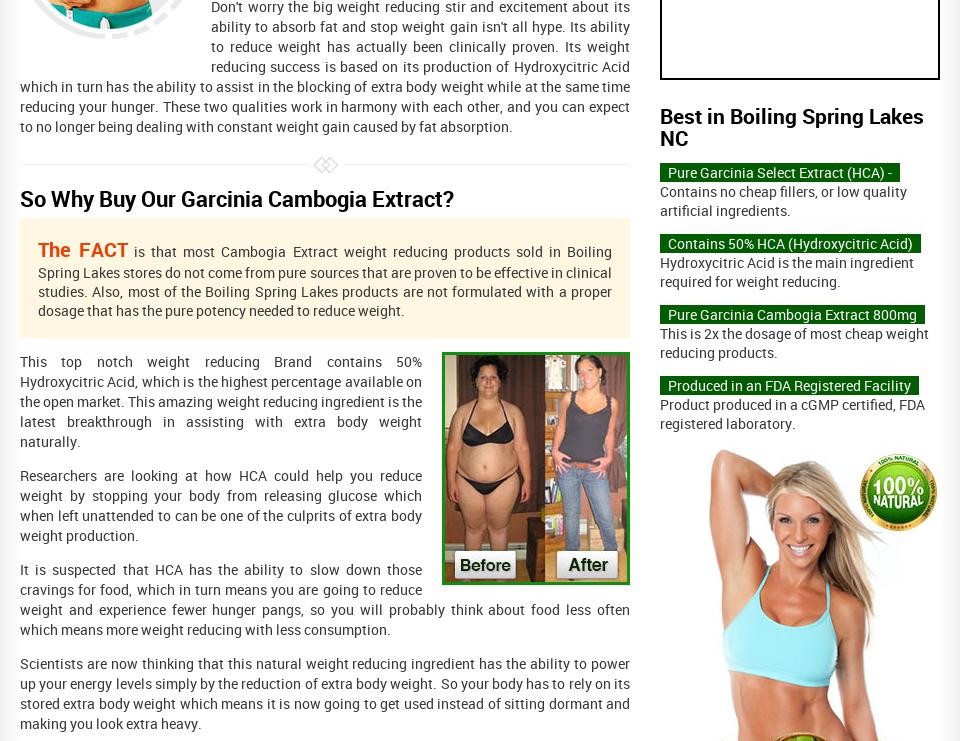 The height and width of the screenshot is (741, 960). What do you see at coordinates (787, 272) in the screenshot?
I see `'Hydroxycitric Acid is the main ingredient required for weight reducing.'` at bounding box center [787, 272].